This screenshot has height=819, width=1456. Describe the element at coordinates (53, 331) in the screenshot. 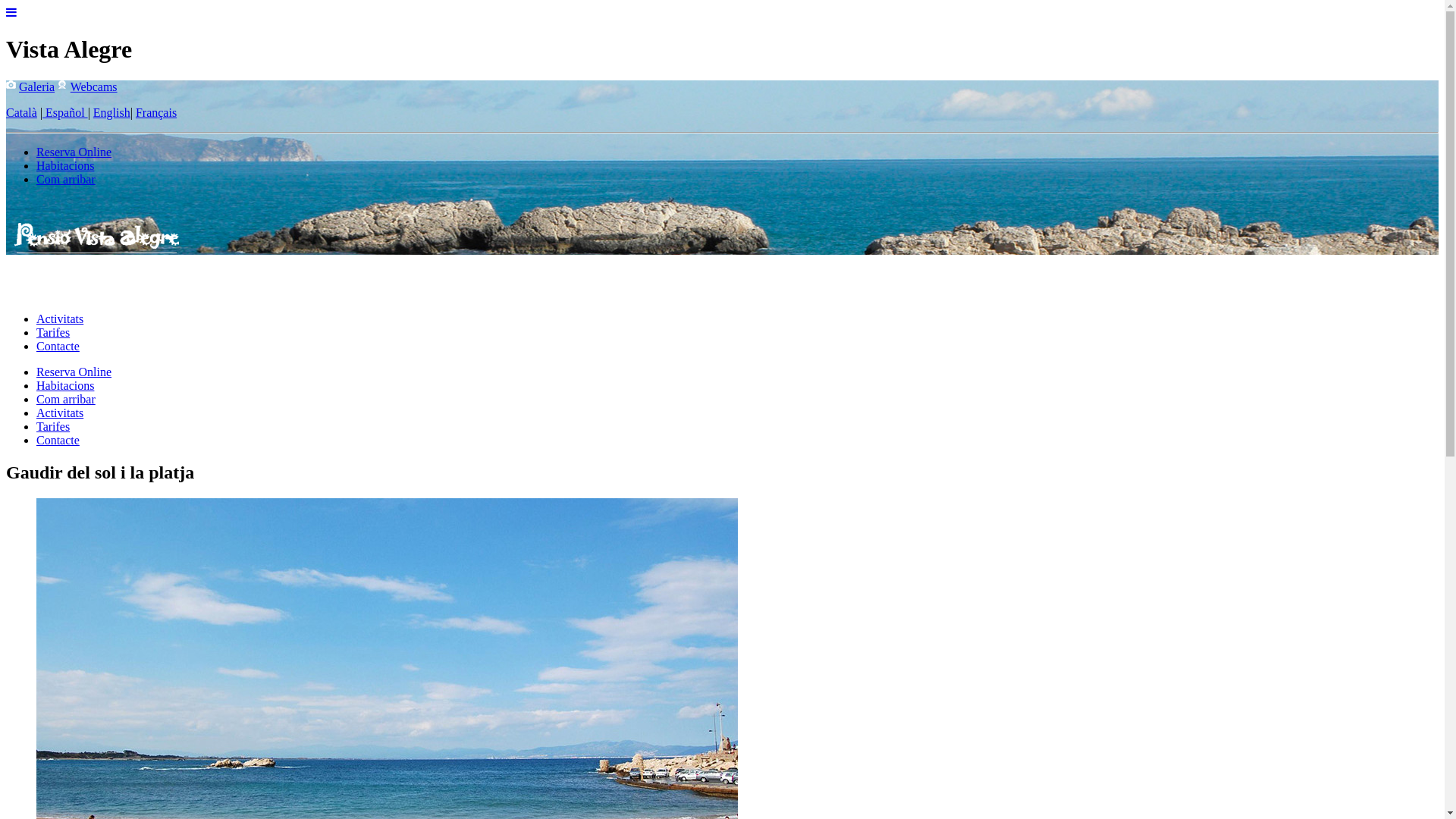

I see `'Tarifes'` at that location.